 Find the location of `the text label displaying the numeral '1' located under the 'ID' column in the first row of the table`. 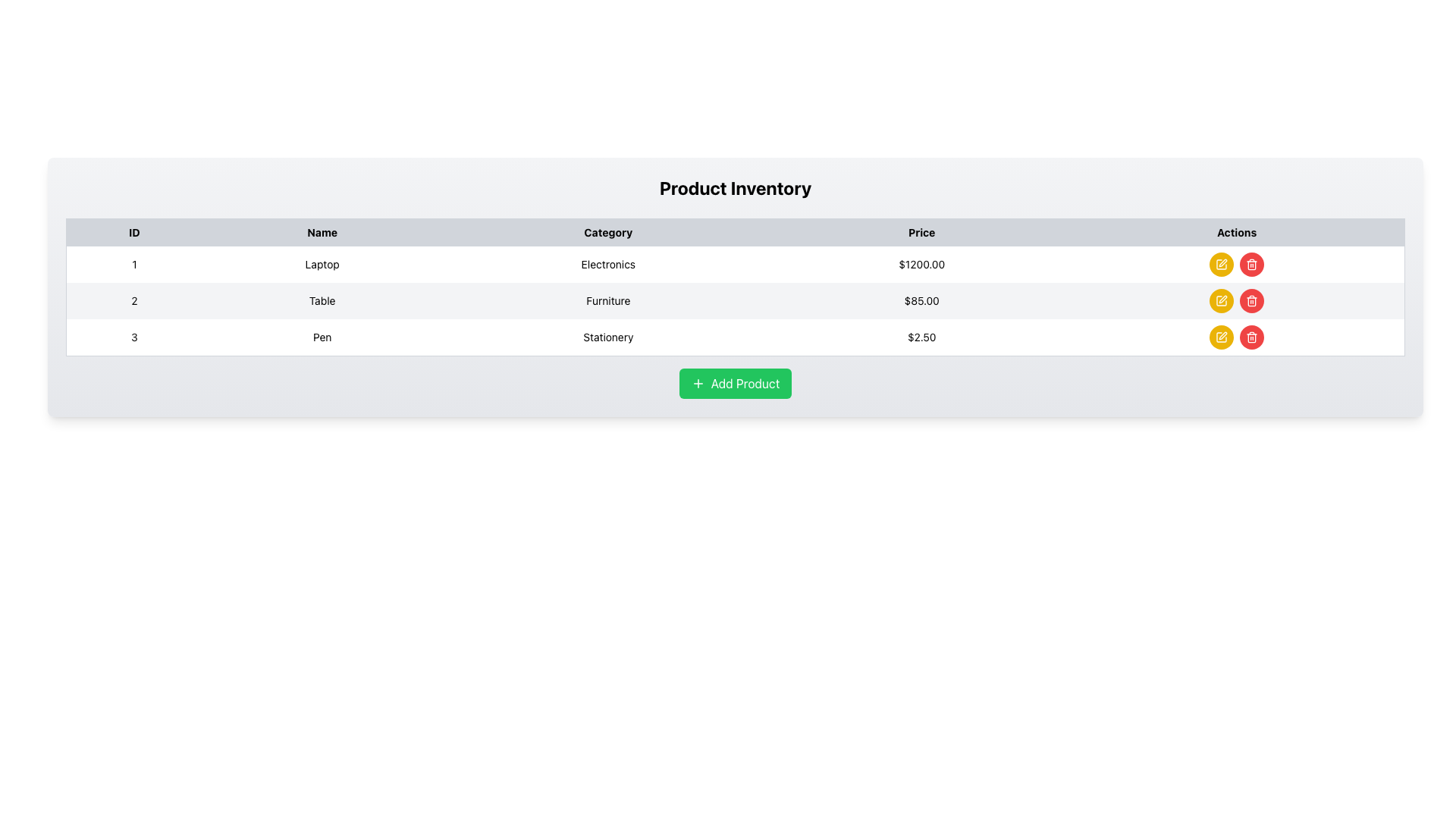

the text label displaying the numeral '1' located under the 'ID' column in the first row of the table is located at coordinates (134, 263).